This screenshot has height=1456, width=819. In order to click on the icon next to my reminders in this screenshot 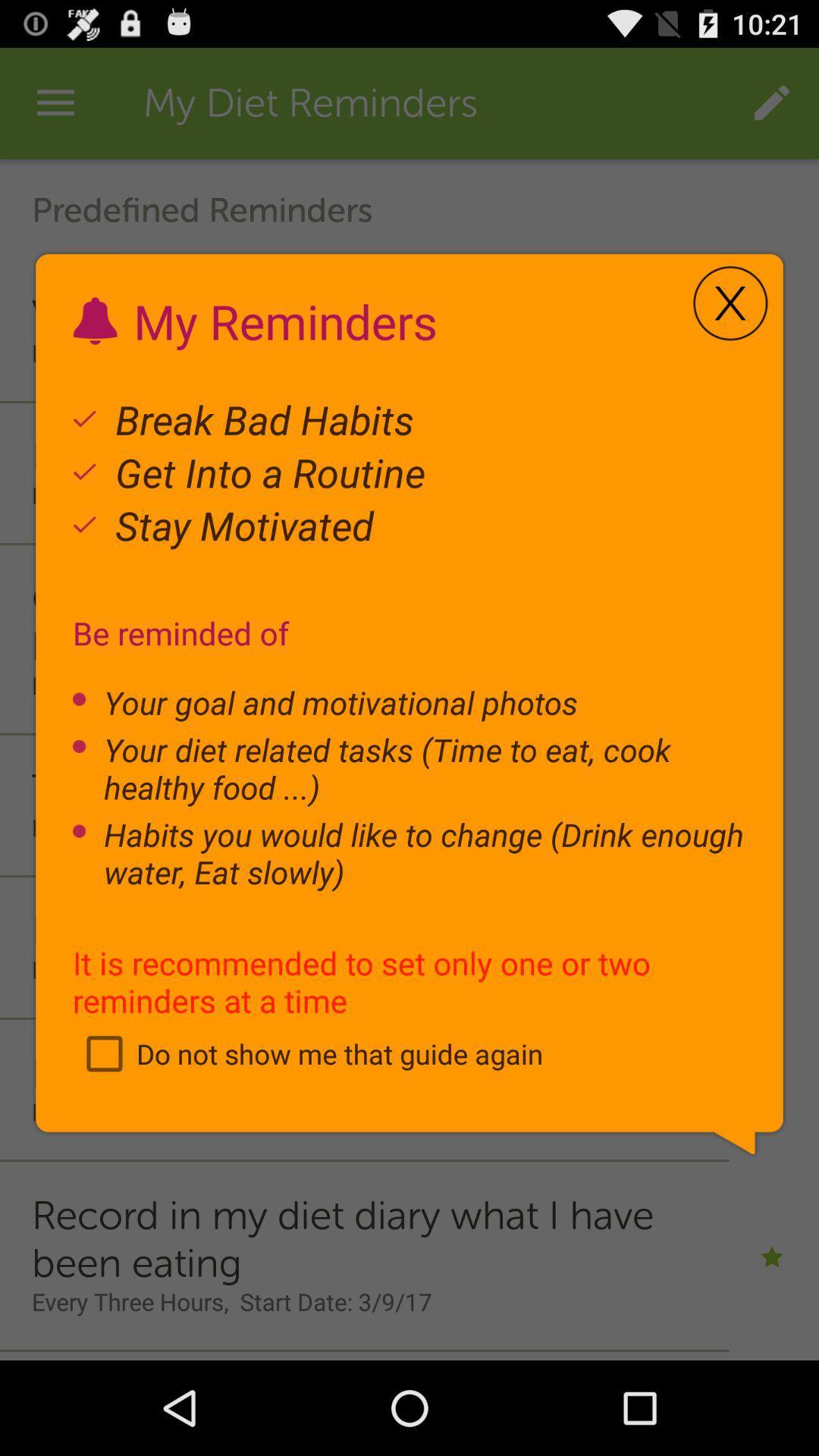, I will do `click(730, 303)`.